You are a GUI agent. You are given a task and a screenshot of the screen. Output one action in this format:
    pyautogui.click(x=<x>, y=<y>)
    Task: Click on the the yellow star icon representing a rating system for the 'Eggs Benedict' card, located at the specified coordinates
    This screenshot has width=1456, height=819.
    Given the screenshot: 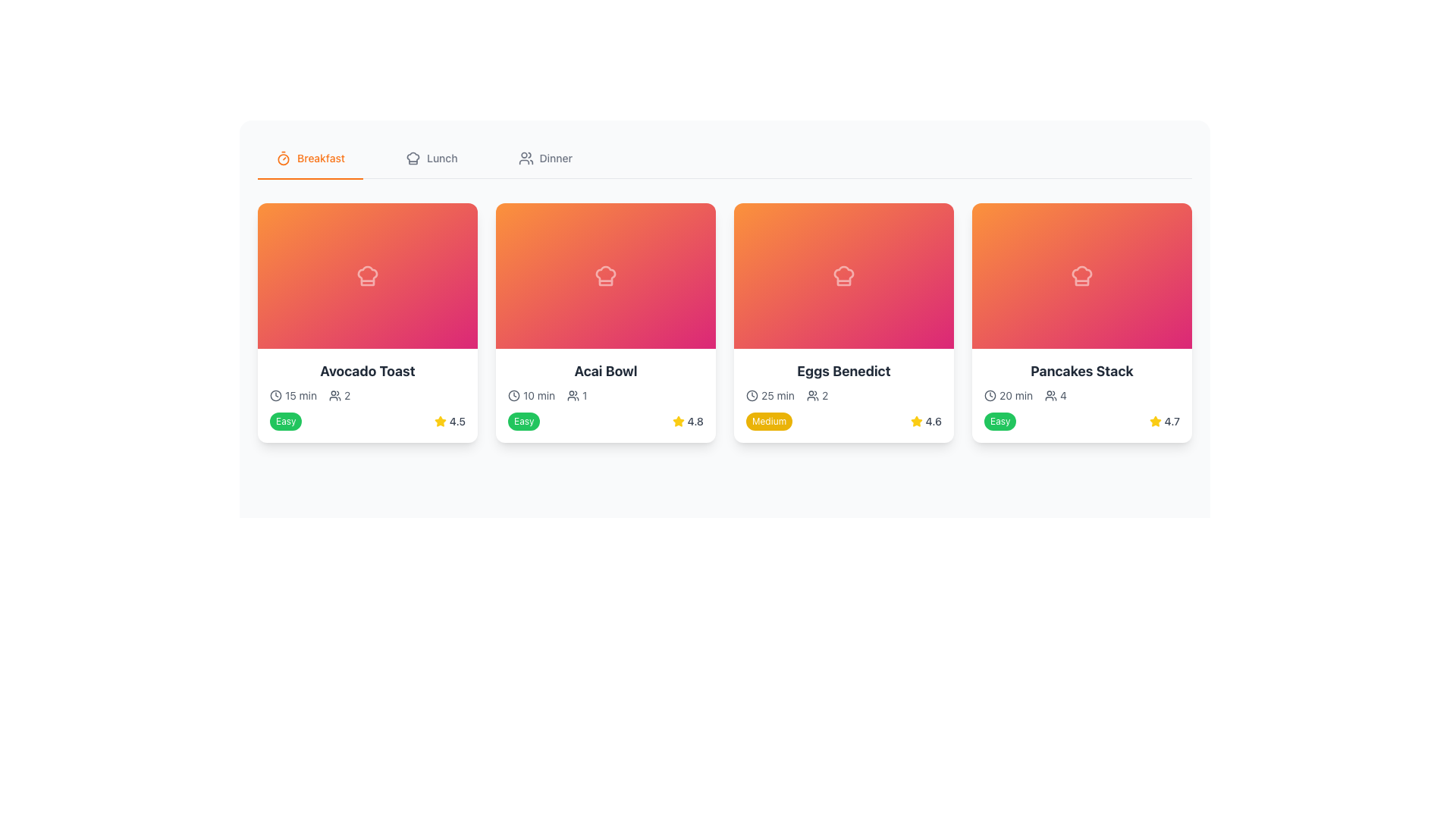 What is the action you would take?
    pyautogui.click(x=915, y=421)
    